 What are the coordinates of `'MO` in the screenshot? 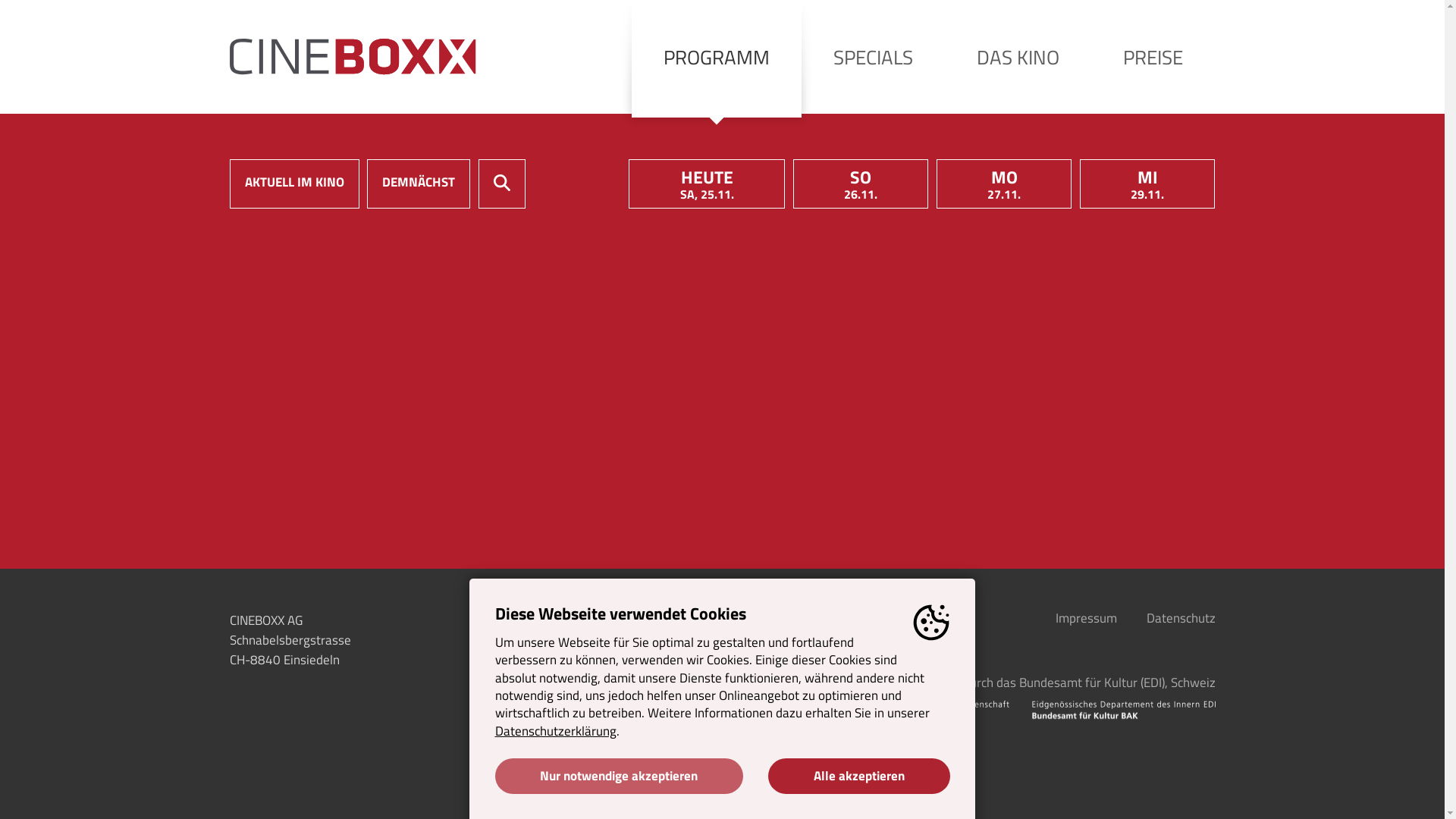 It's located at (1004, 183).